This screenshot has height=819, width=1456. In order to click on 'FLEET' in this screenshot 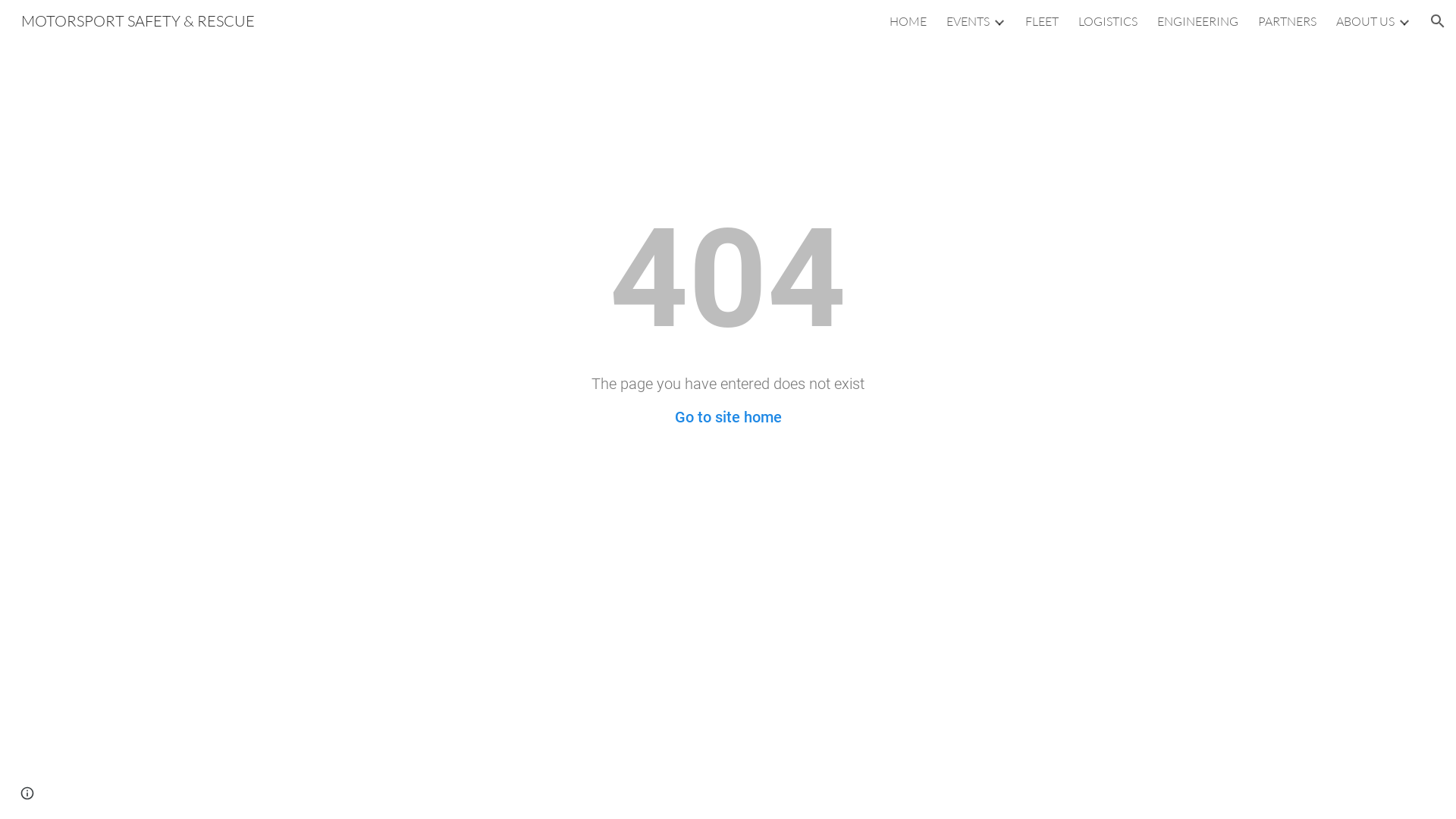, I will do `click(1040, 20)`.